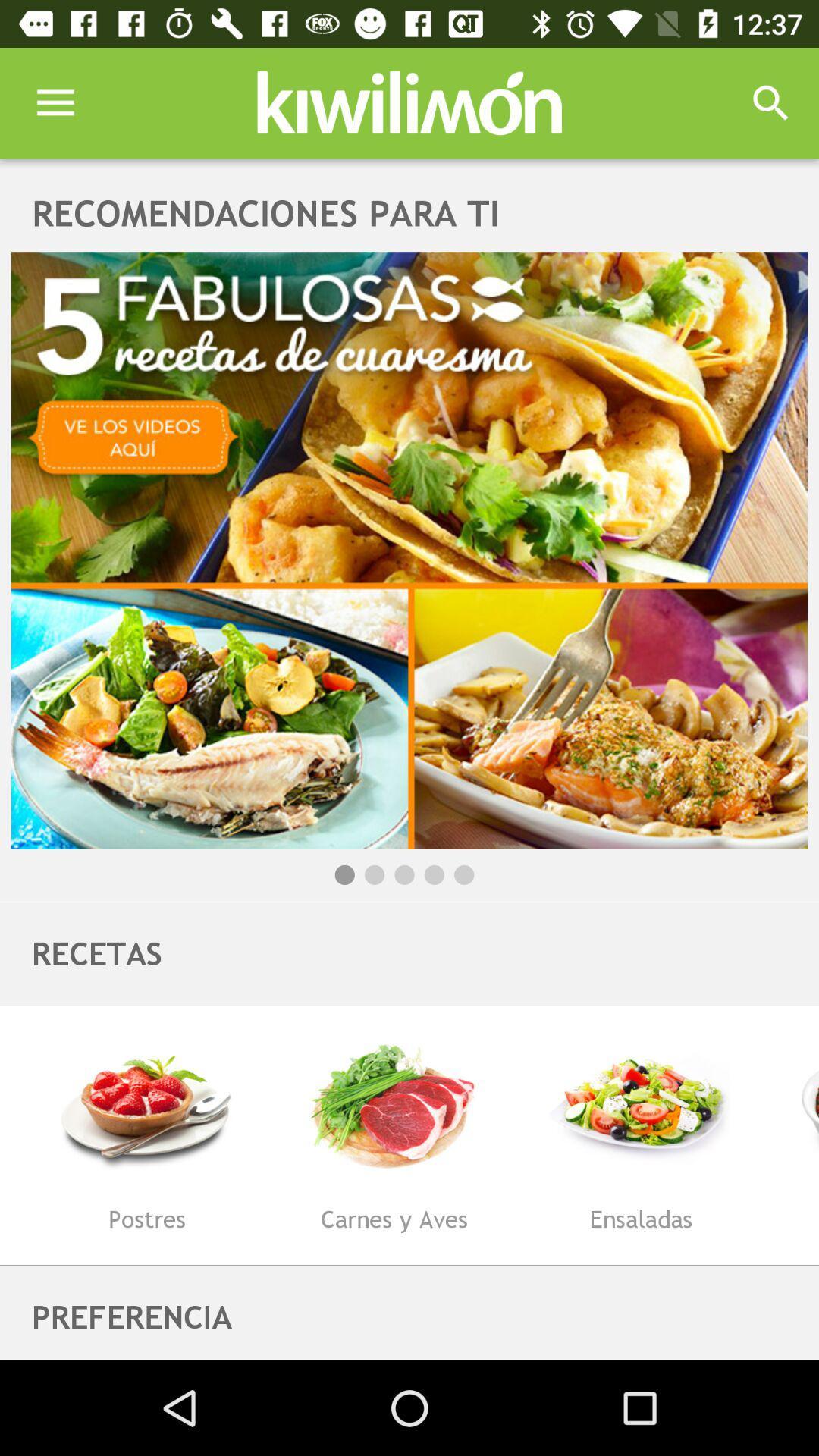 This screenshot has width=819, height=1456. Describe the element at coordinates (771, 102) in the screenshot. I see `icon above the recomendaciones para ti item` at that location.